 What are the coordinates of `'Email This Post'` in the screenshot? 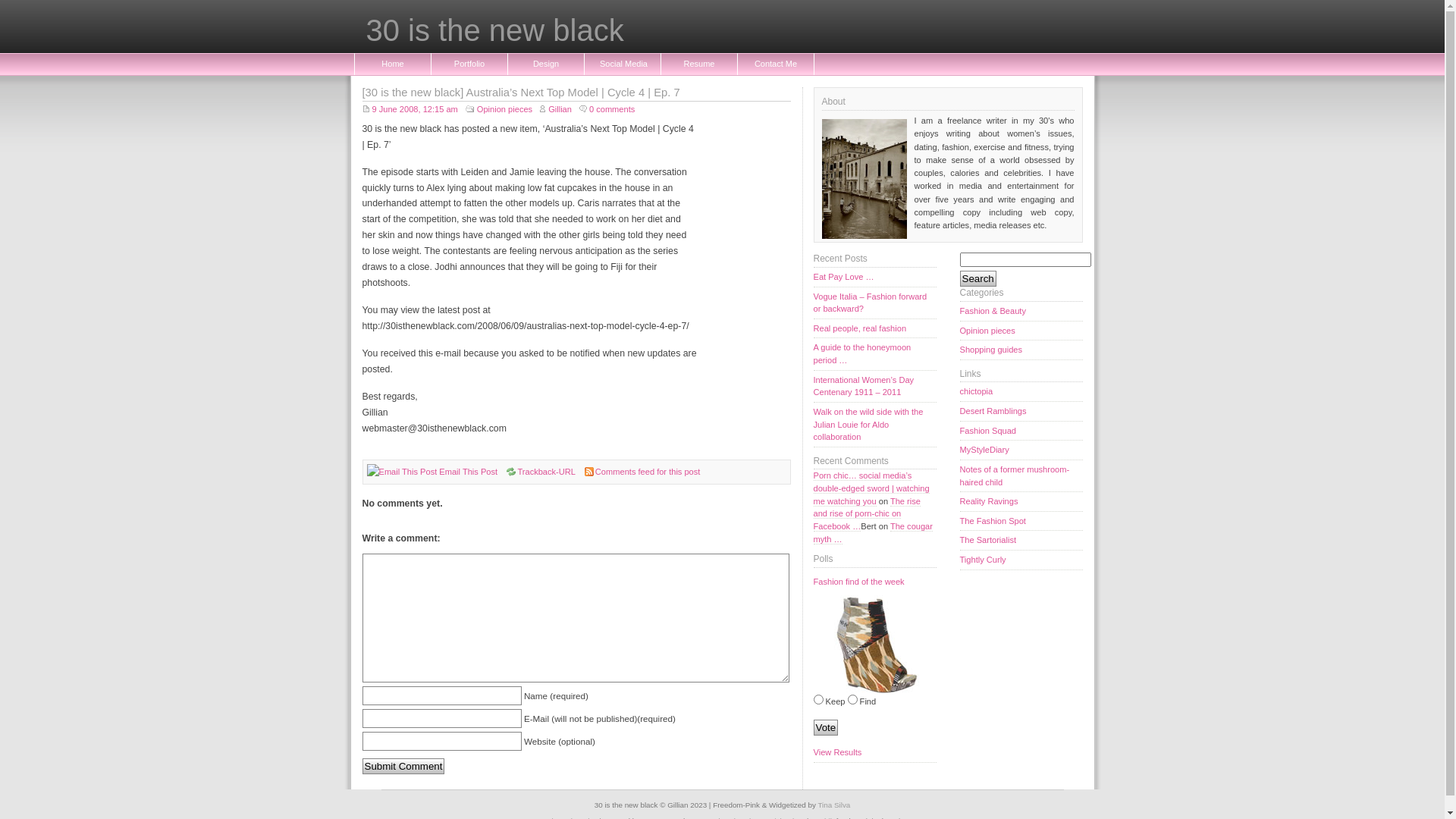 It's located at (438, 470).